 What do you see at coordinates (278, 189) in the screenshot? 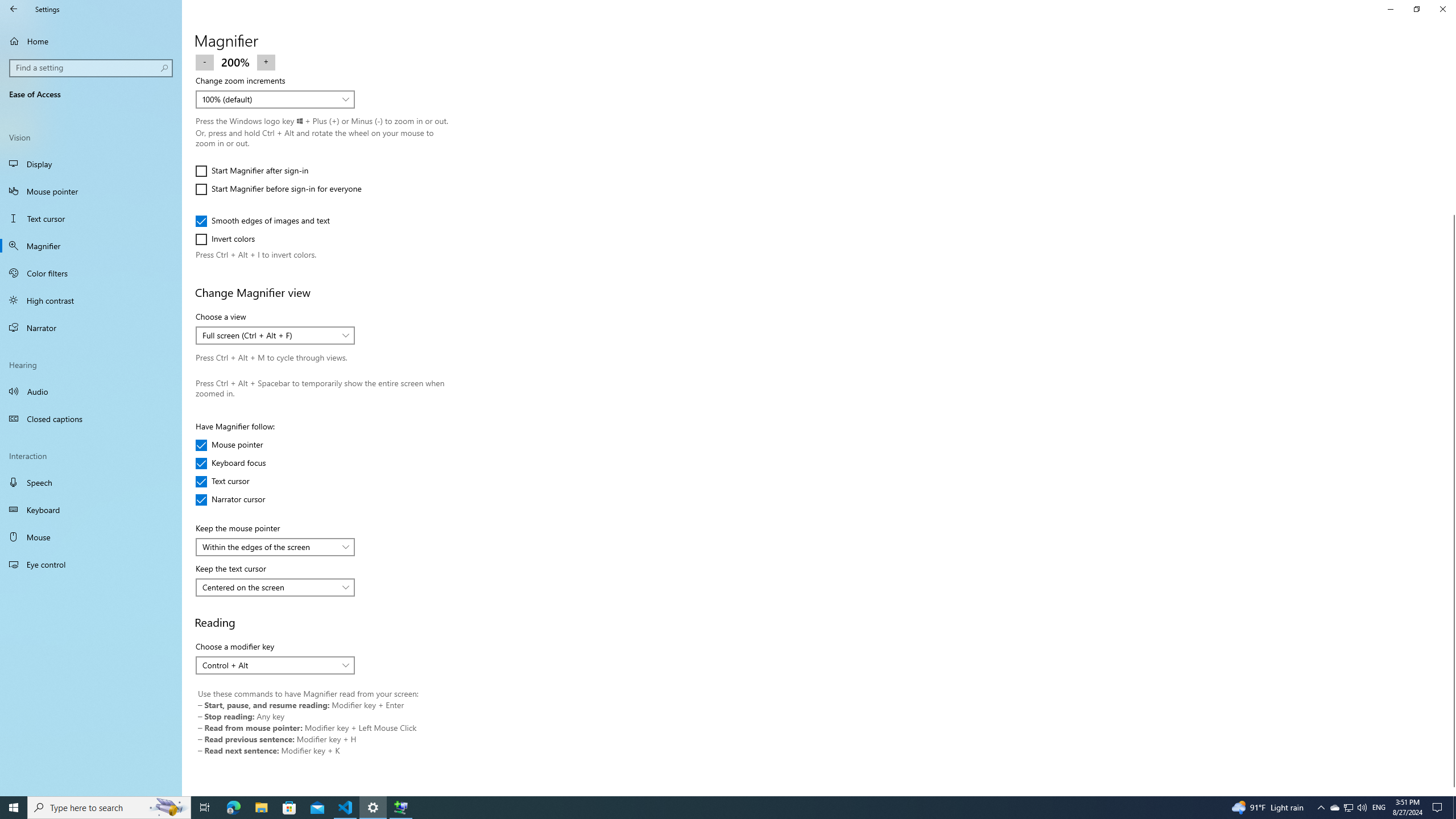
I see `'Start Magnifier before sign-in for everyone'` at bounding box center [278, 189].